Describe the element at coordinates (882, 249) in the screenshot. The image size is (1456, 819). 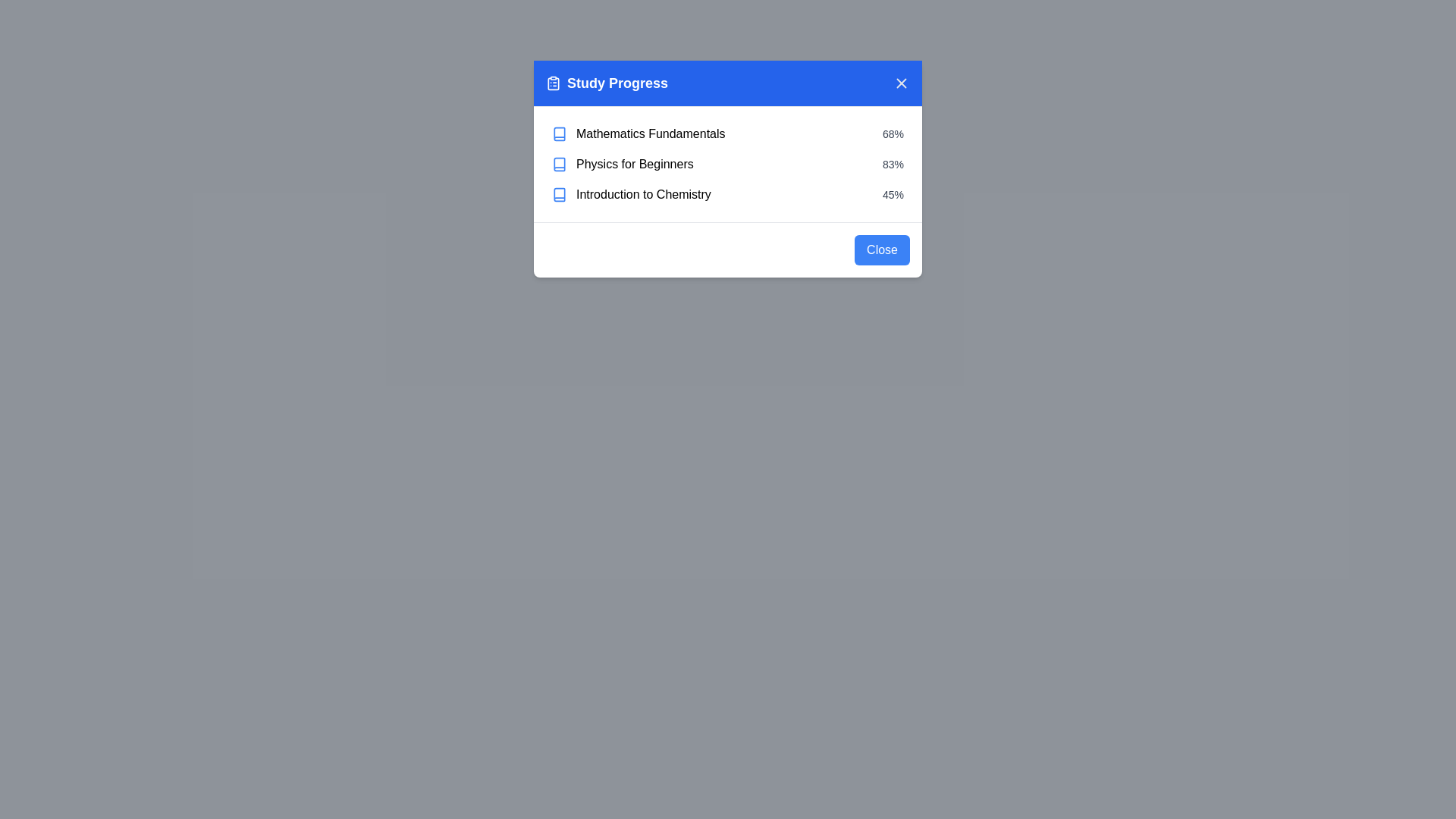
I see `the close button located at the bottom-right corner of the modal dialog, which dismisses the dialog's content` at that location.